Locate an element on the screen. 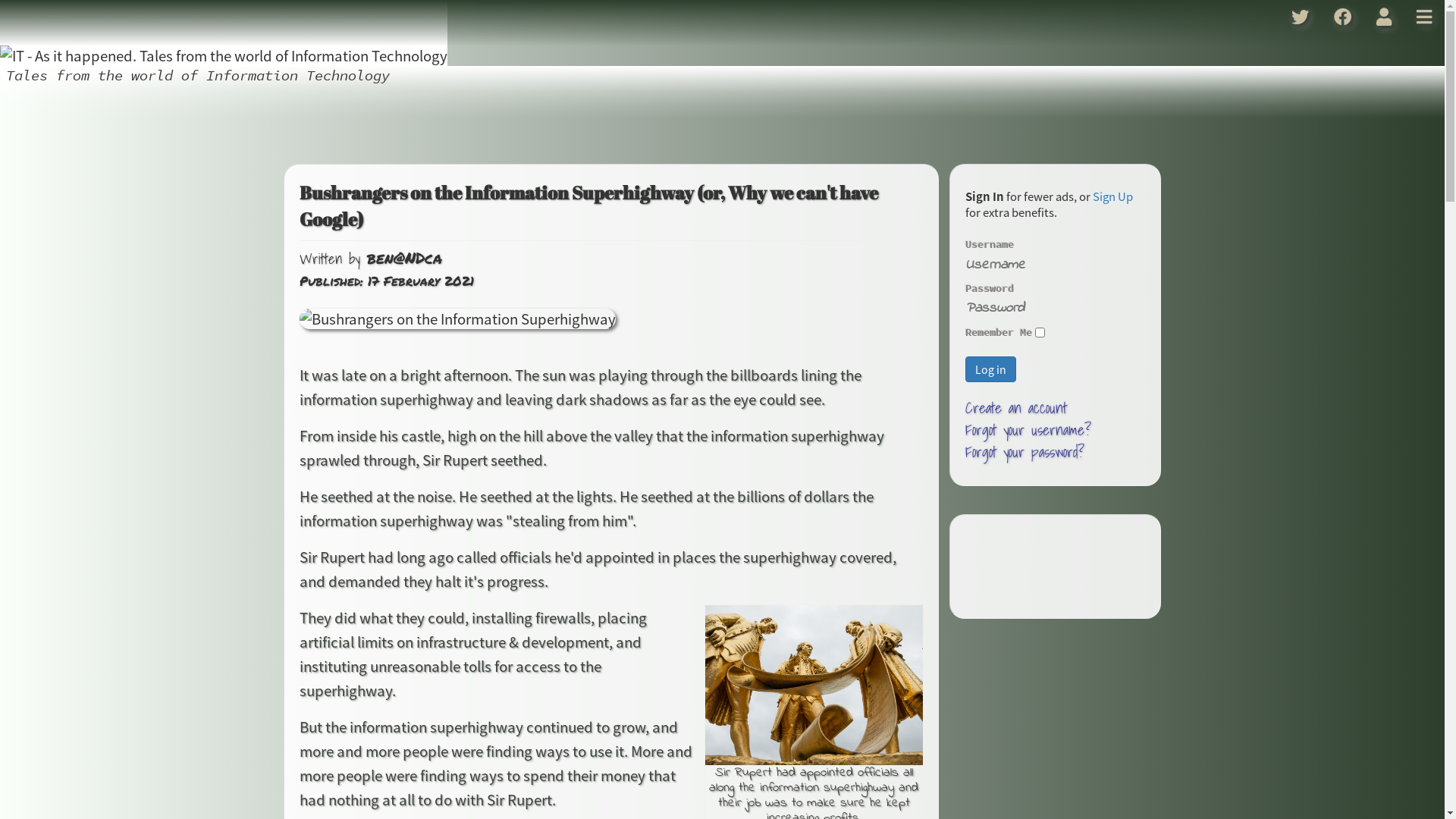  'Sign Up' is located at coordinates (1112, 195).